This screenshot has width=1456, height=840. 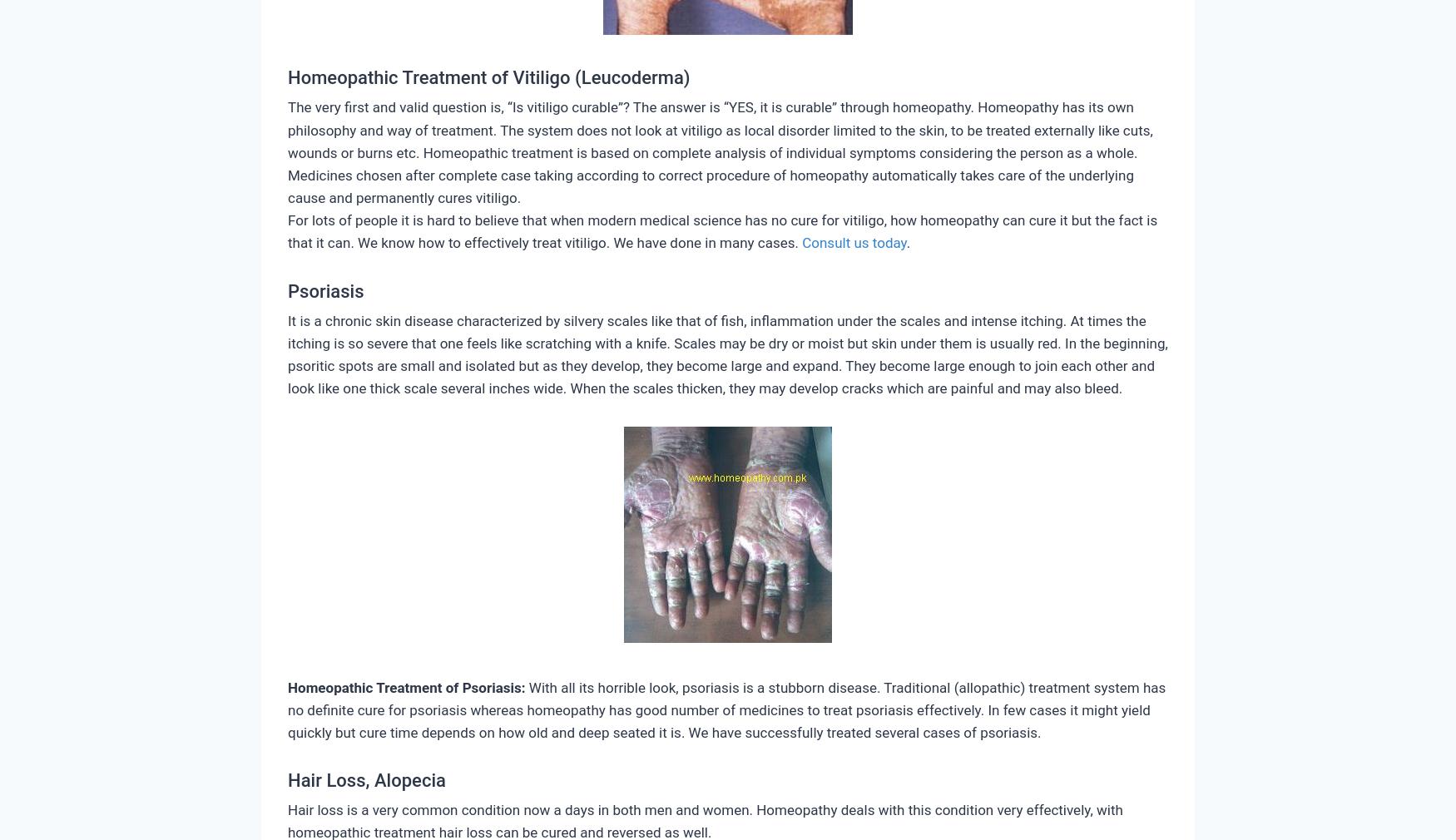 What do you see at coordinates (287, 780) in the screenshot?
I see `'Hair Loss, Alopecia'` at bounding box center [287, 780].